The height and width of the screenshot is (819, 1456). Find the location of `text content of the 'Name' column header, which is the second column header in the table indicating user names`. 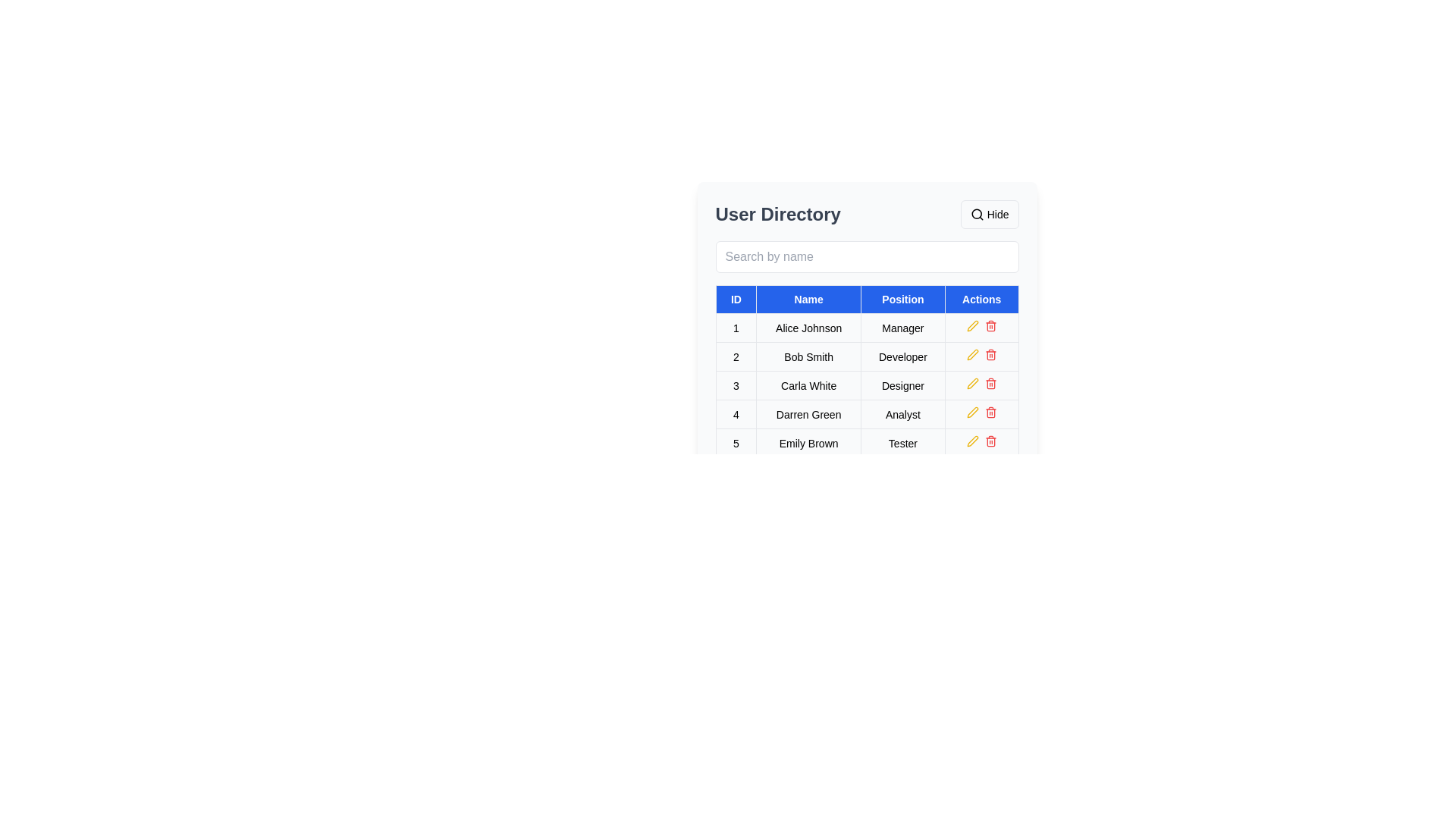

text content of the 'Name' column header, which is the second column header in the table indicating user names is located at coordinates (808, 299).